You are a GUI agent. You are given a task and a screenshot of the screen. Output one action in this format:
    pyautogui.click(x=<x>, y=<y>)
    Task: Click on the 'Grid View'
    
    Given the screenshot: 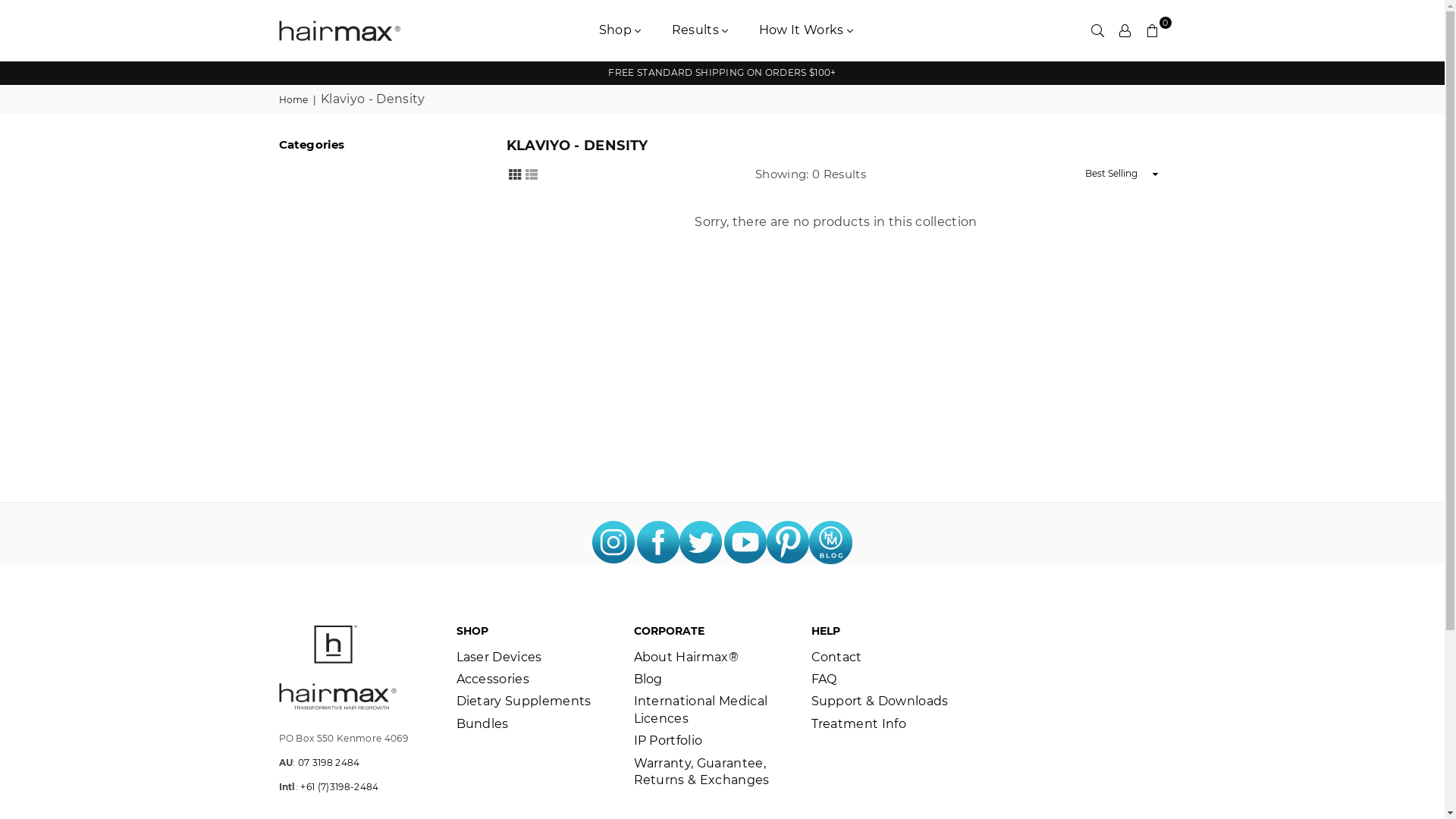 What is the action you would take?
    pyautogui.click(x=514, y=171)
    